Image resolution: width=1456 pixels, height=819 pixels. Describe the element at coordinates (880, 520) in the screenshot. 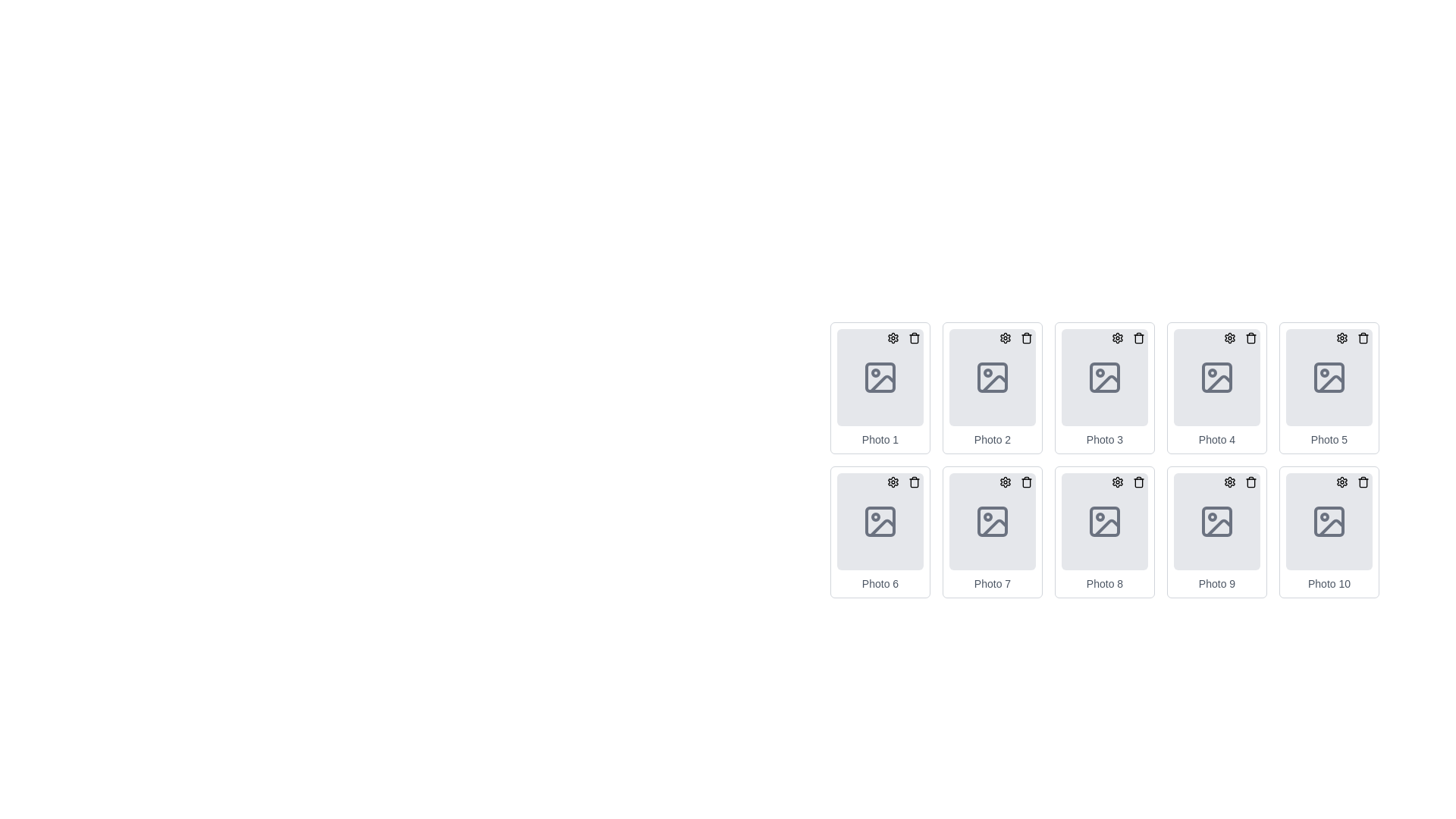

I see `the Image Placeholder located in the grid layout below the label 'Photo 6'` at that location.